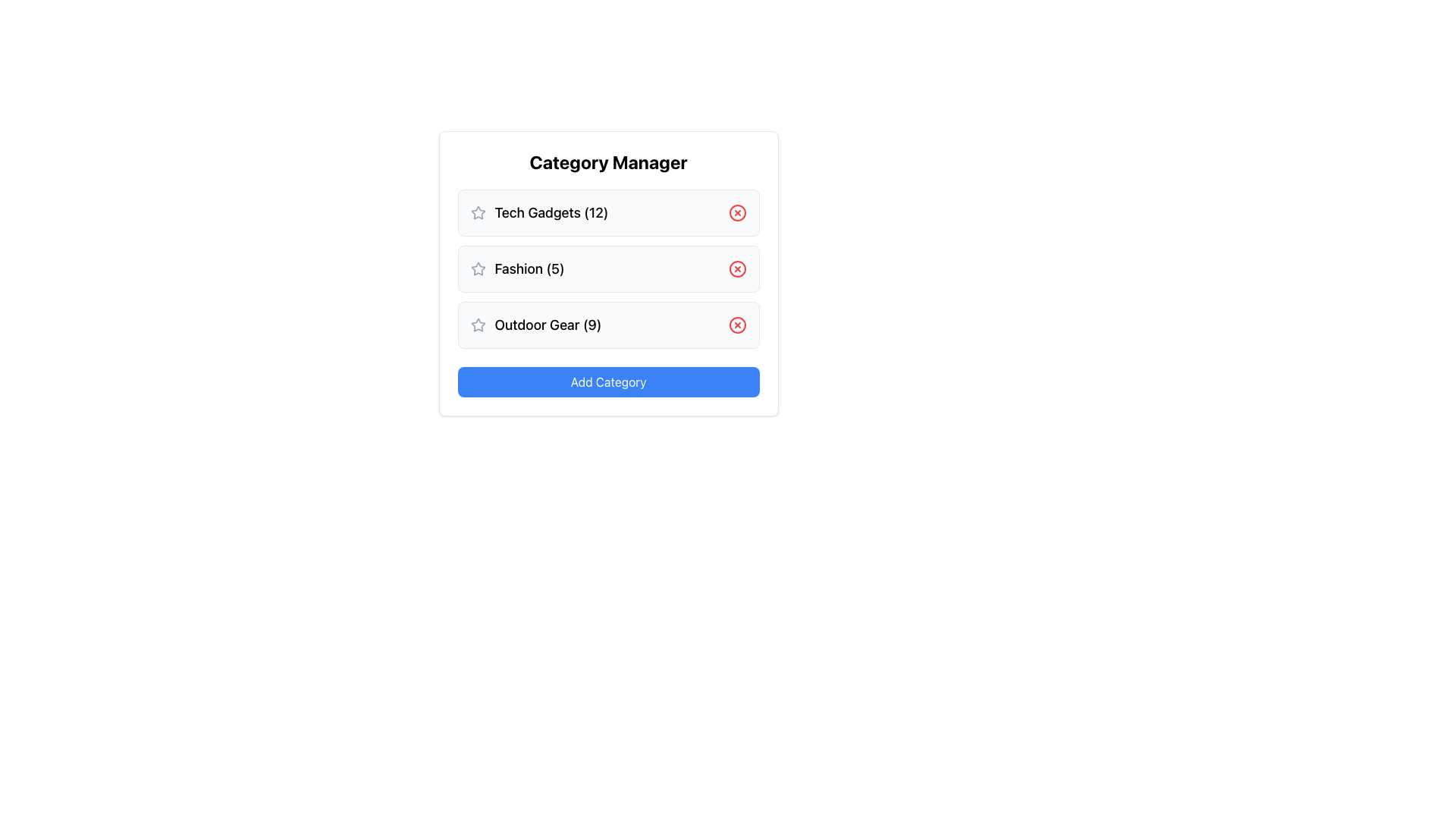 The width and height of the screenshot is (1456, 819). What do you see at coordinates (737, 324) in the screenshot?
I see `the button element represented as an icon with circular and cross elements` at bounding box center [737, 324].